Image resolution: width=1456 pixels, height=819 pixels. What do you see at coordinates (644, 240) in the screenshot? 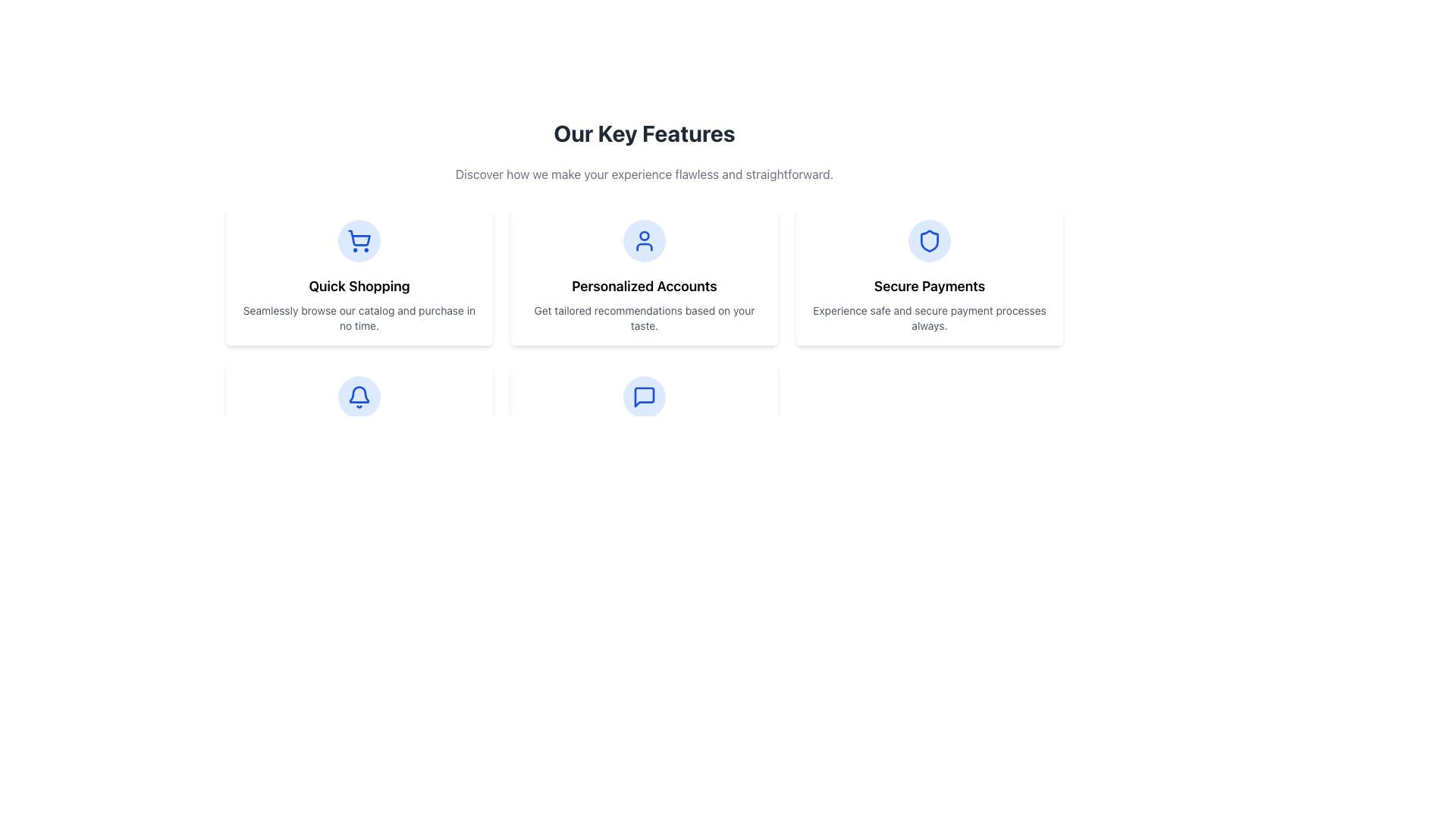
I see `the blue circular icon with a user silhouette inside, located at the top of the 'Personalized Accounts' card` at bounding box center [644, 240].